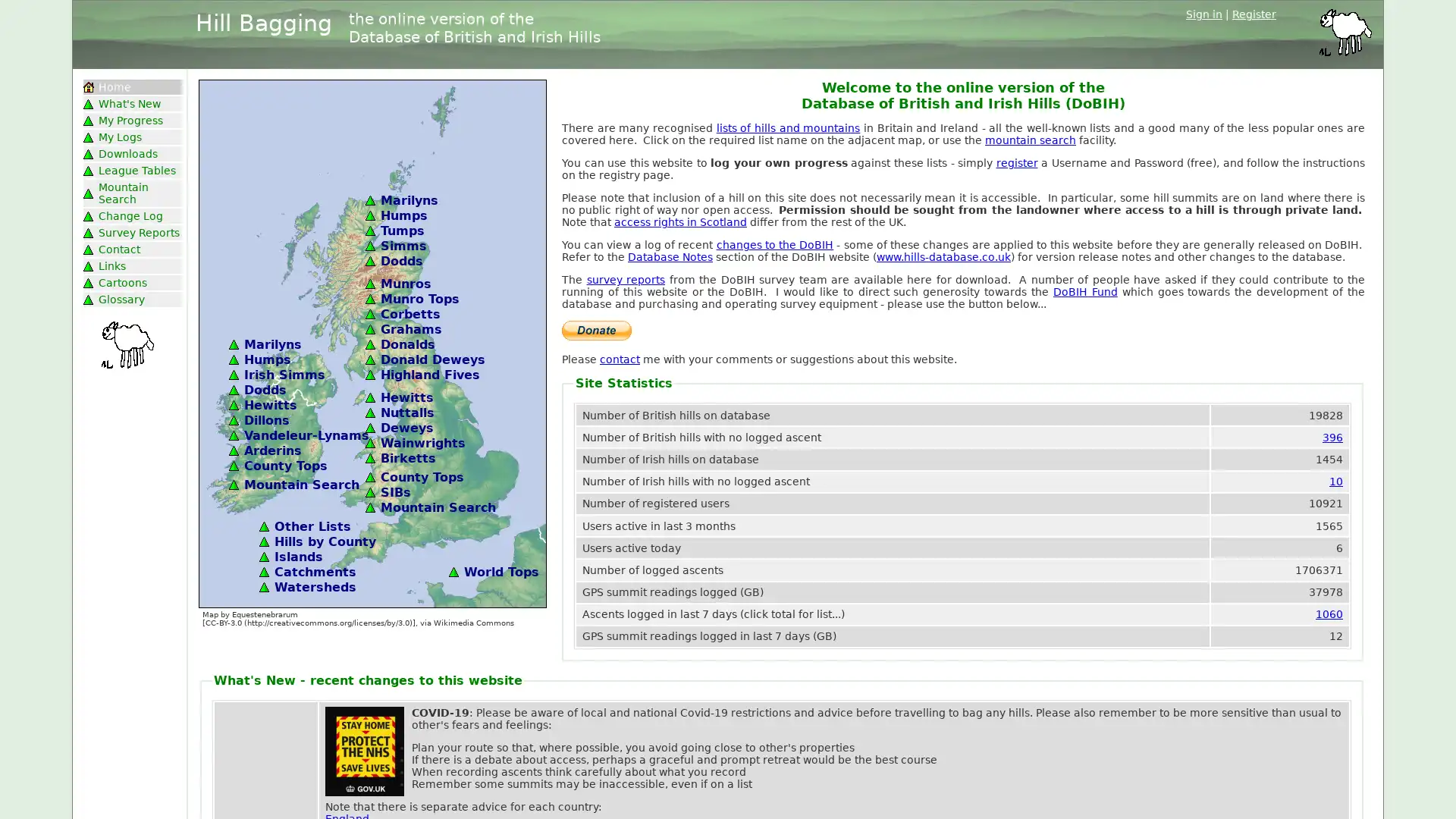  What do you see at coordinates (596, 329) in the screenshot?
I see `PayPal  The safer, easier way to pay online.` at bounding box center [596, 329].